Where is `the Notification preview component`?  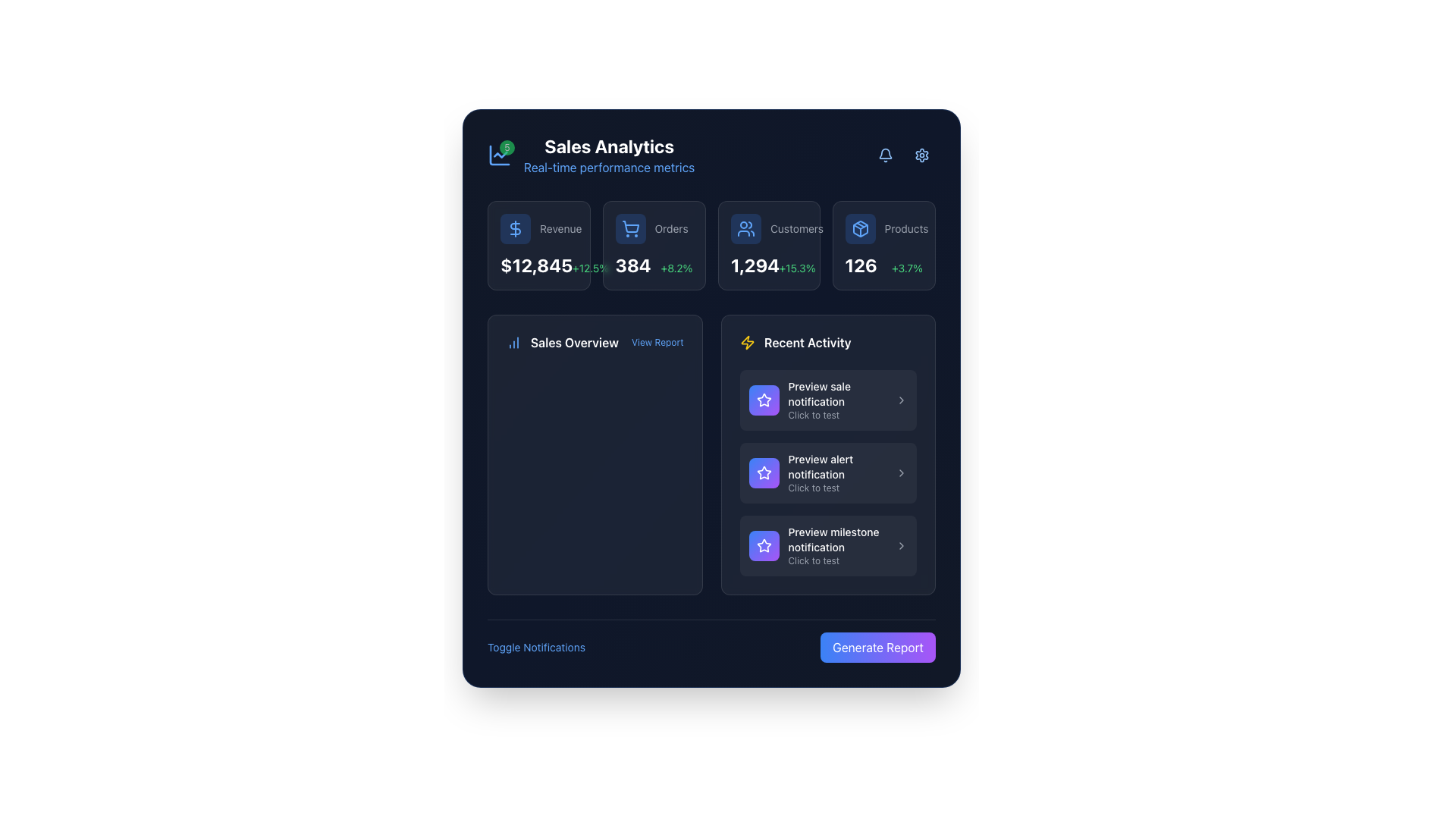
the Notification preview component is located at coordinates (827, 454).